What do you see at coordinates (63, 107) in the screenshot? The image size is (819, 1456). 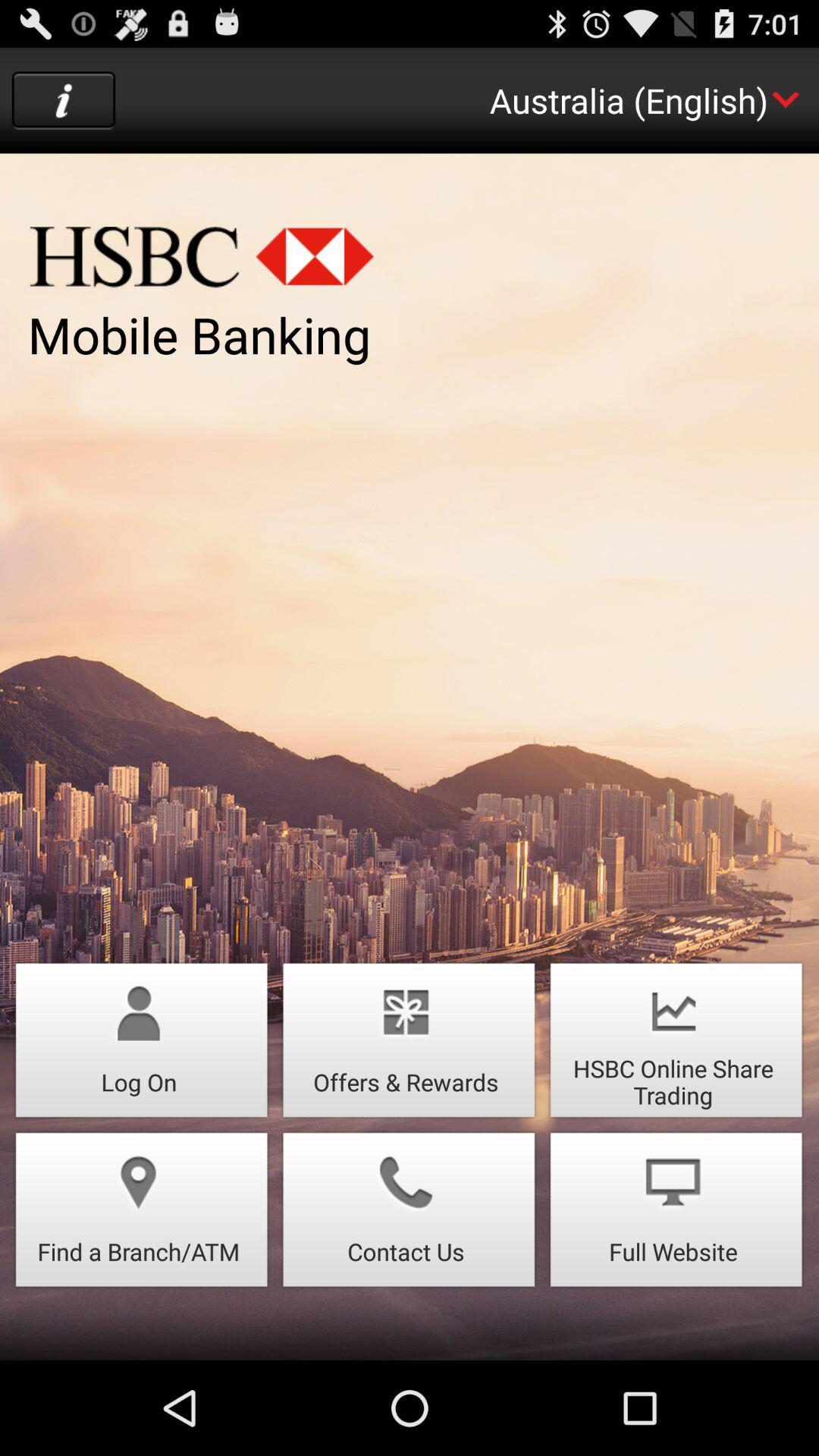 I see `the info icon` at bounding box center [63, 107].